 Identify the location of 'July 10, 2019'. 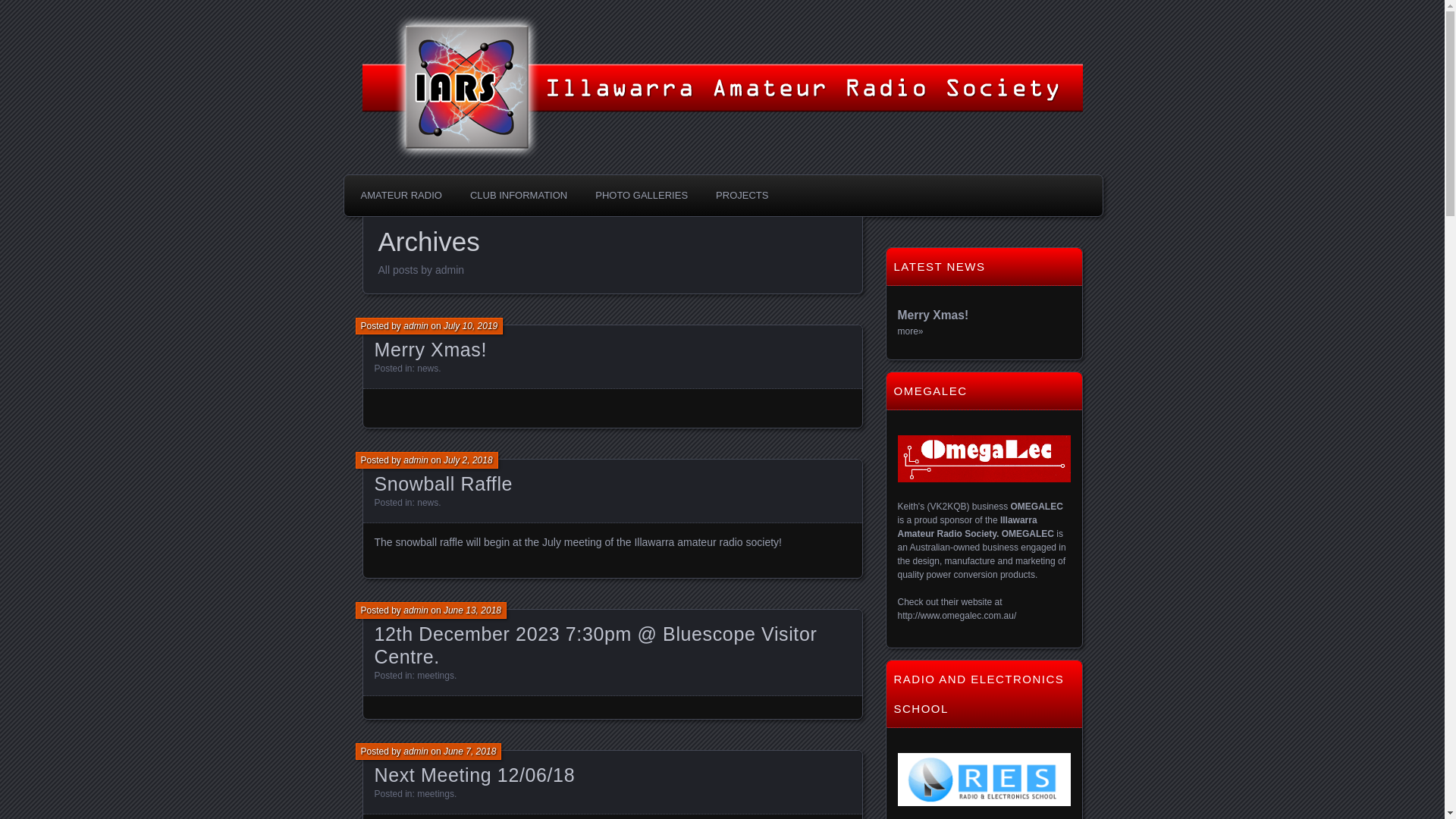
(443, 325).